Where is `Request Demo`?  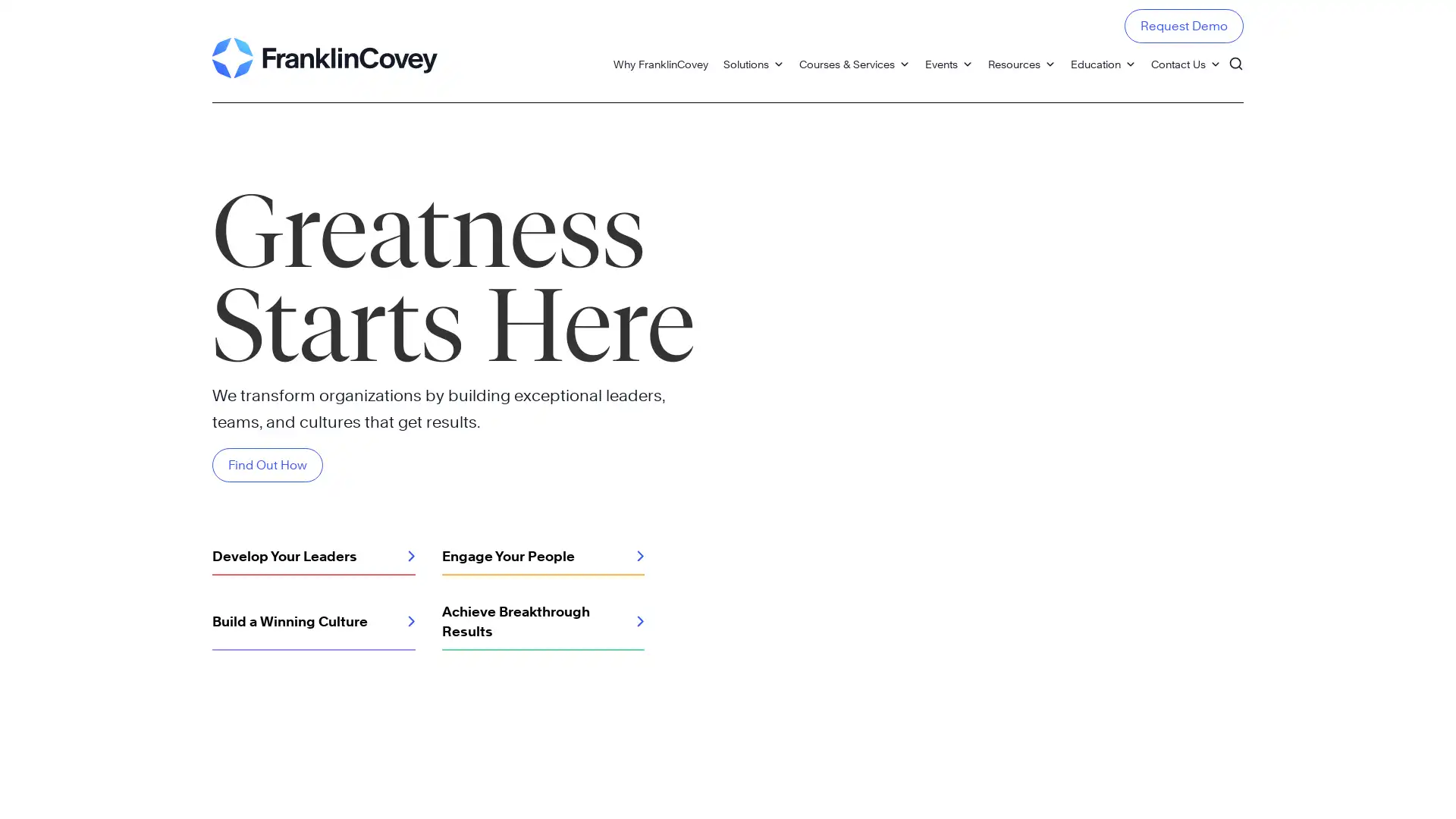 Request Demo is located at coordinates (1183, 26).